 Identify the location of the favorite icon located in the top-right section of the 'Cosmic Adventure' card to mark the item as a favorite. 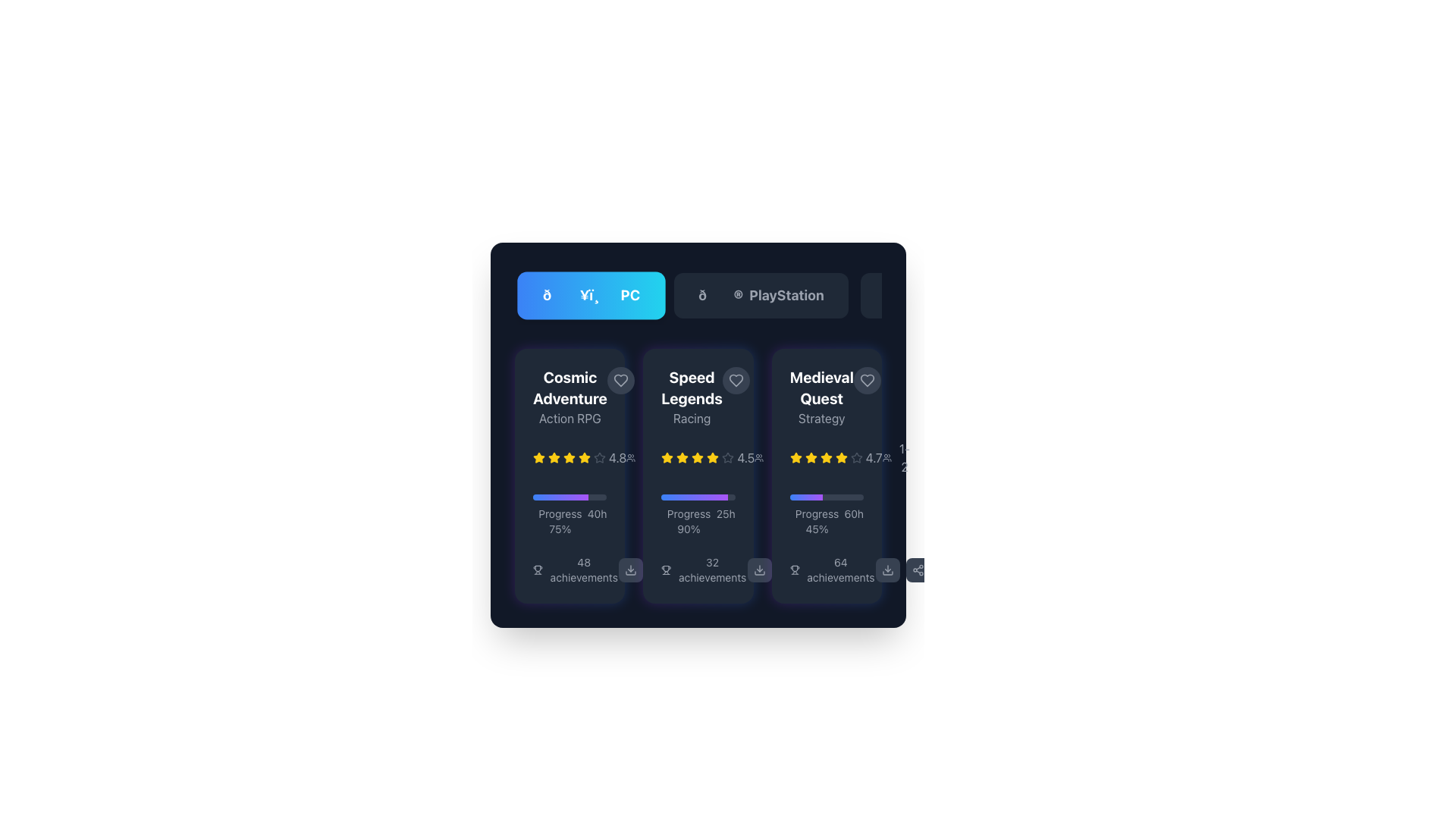
(620, 379).